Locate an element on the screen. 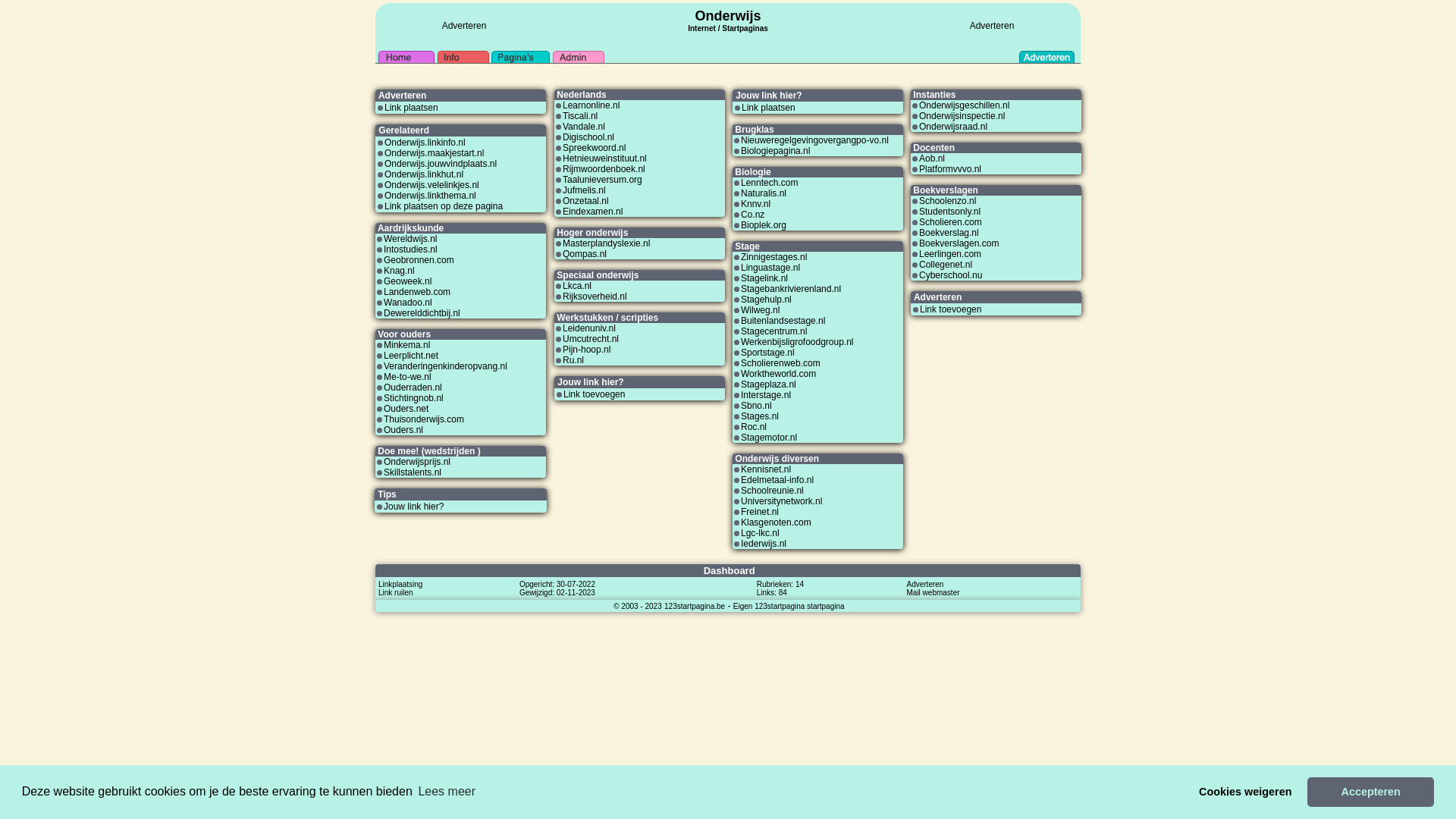 This screenshot has height=819, width=1456. 'Stageplaza.nl' is located at coordinates (768, 383).